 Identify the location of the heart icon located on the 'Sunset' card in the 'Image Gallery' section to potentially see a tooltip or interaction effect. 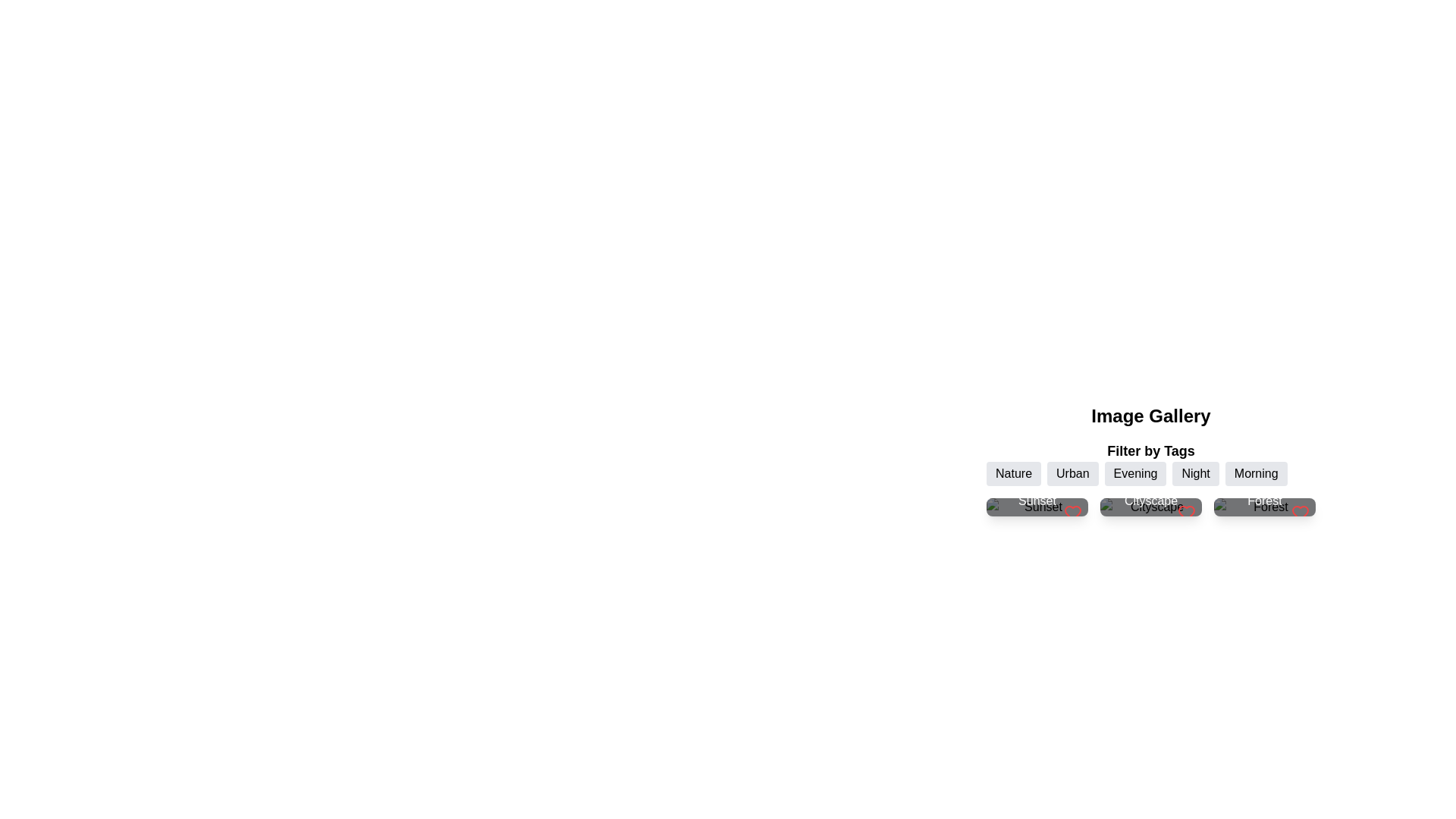
(1072, 513).